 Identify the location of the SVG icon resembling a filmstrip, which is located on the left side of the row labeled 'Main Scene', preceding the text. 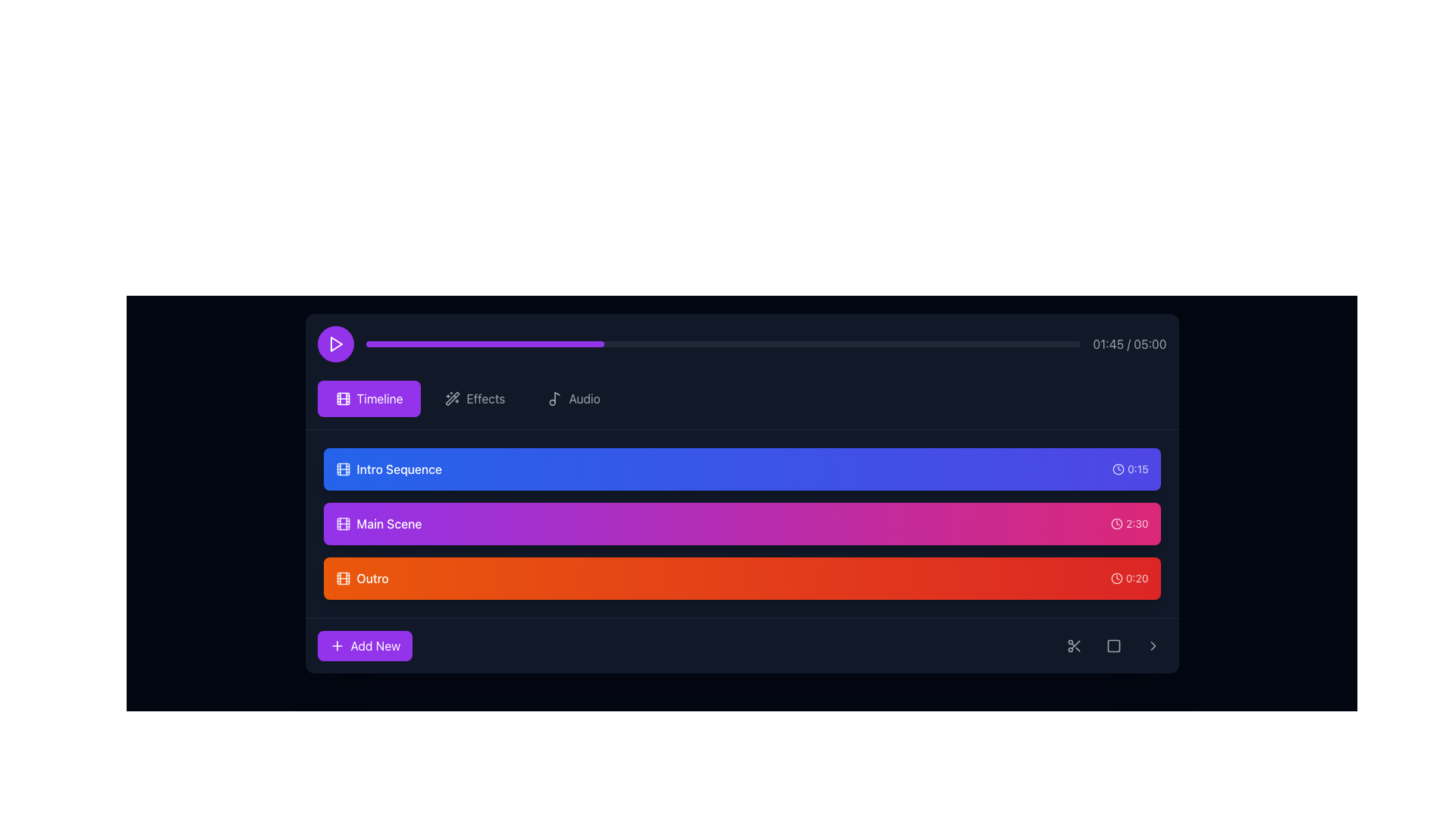
(342, 522).